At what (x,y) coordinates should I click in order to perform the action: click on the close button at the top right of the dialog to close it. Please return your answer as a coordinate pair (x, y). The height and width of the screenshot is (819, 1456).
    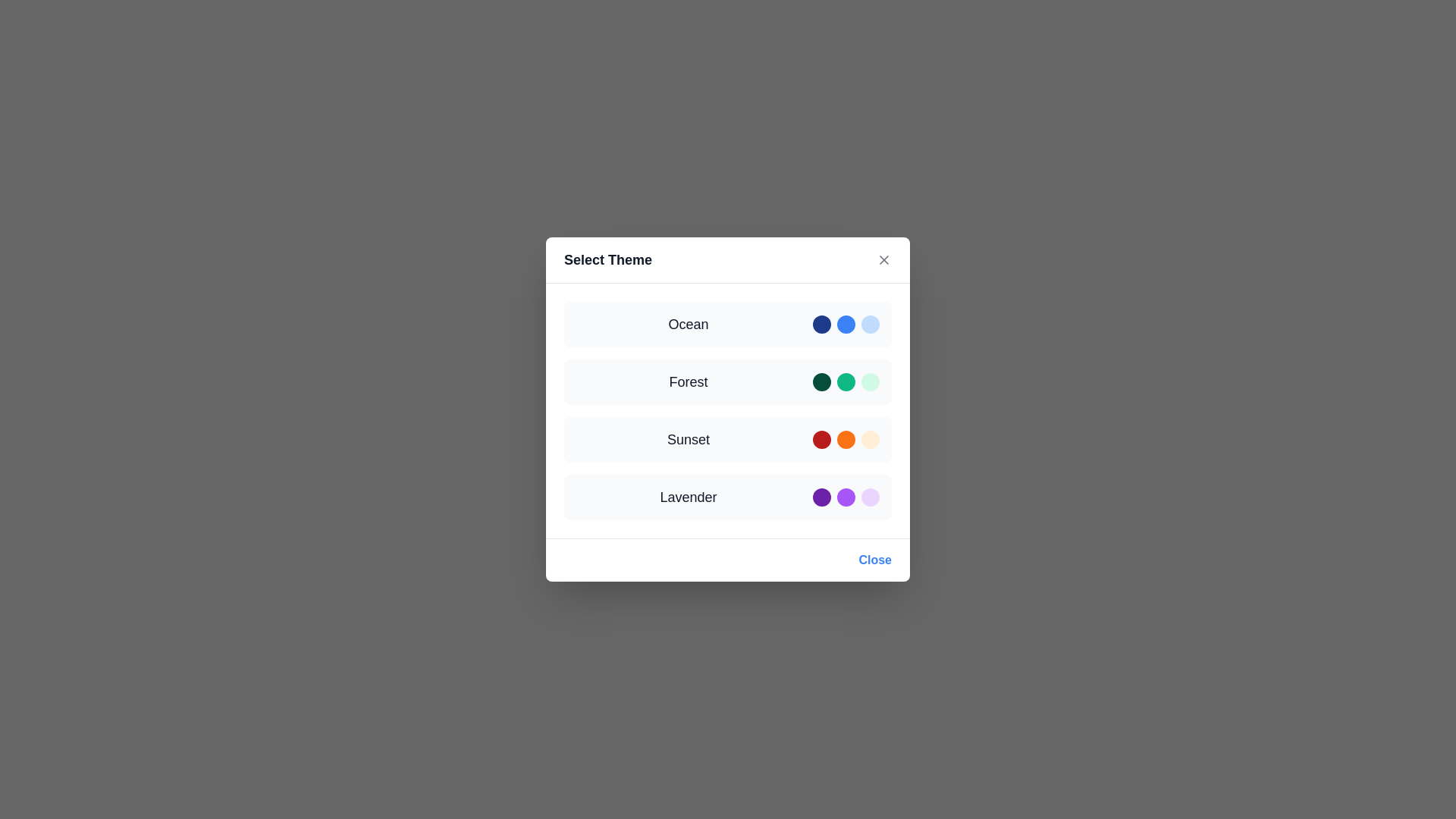
    Looking at the image, I should click on (884, 259).